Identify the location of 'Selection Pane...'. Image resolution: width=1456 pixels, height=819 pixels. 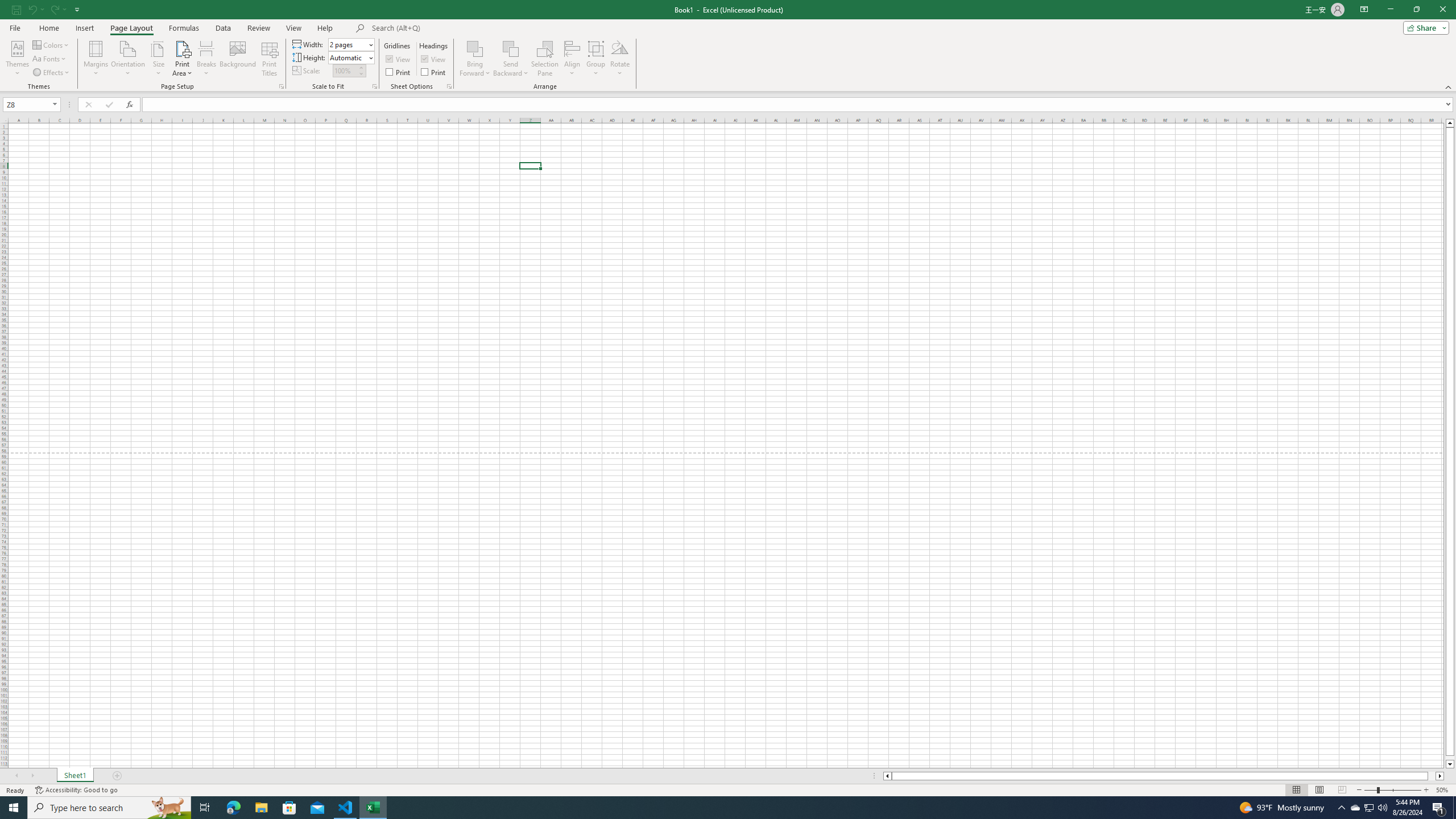
(544, 59).